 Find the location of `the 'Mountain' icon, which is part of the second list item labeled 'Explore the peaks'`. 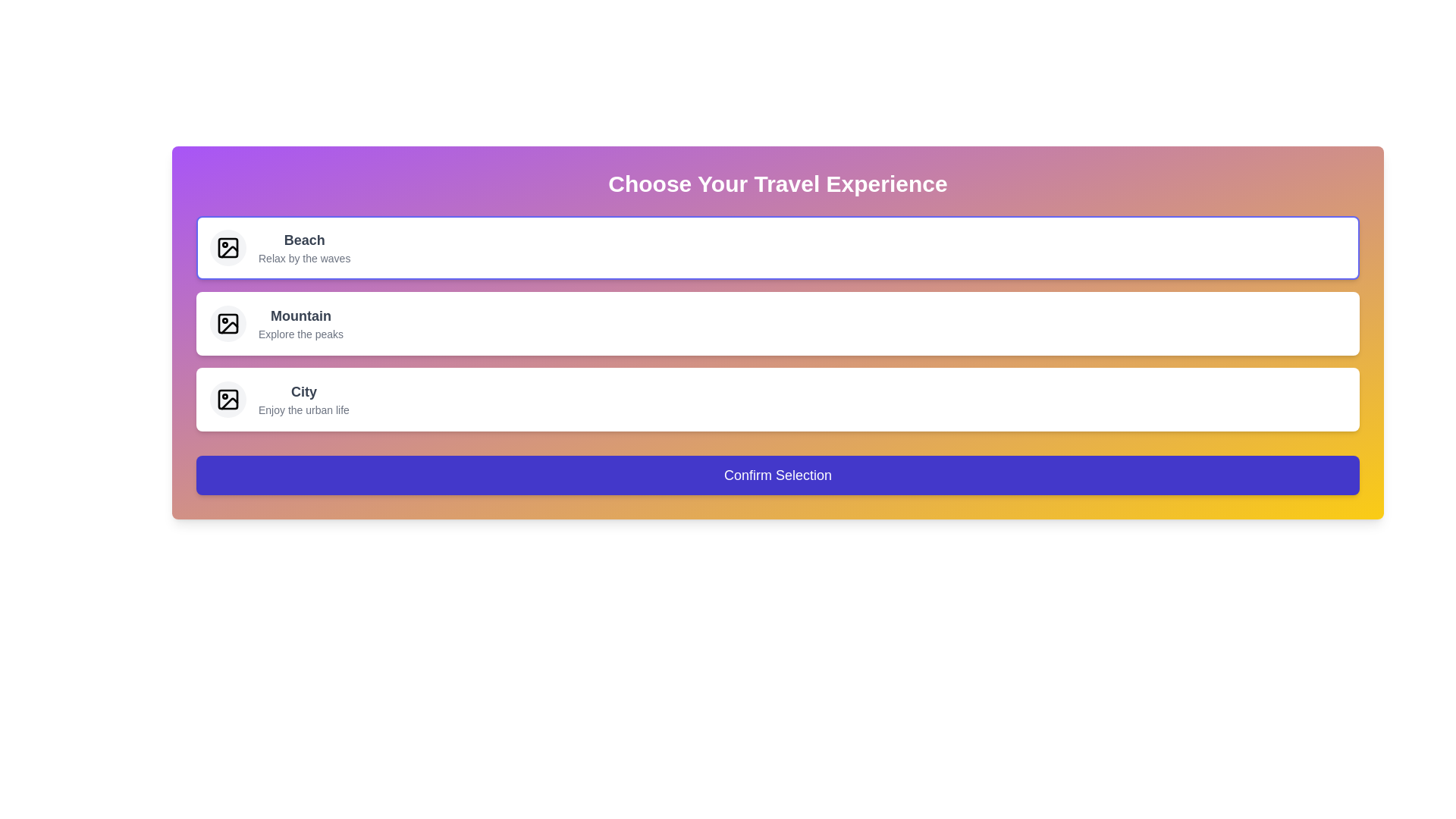

the 'Mountain' icon, which is part of the second list item labeled 'Explore the peaks' is located at coordinates (227, 323).